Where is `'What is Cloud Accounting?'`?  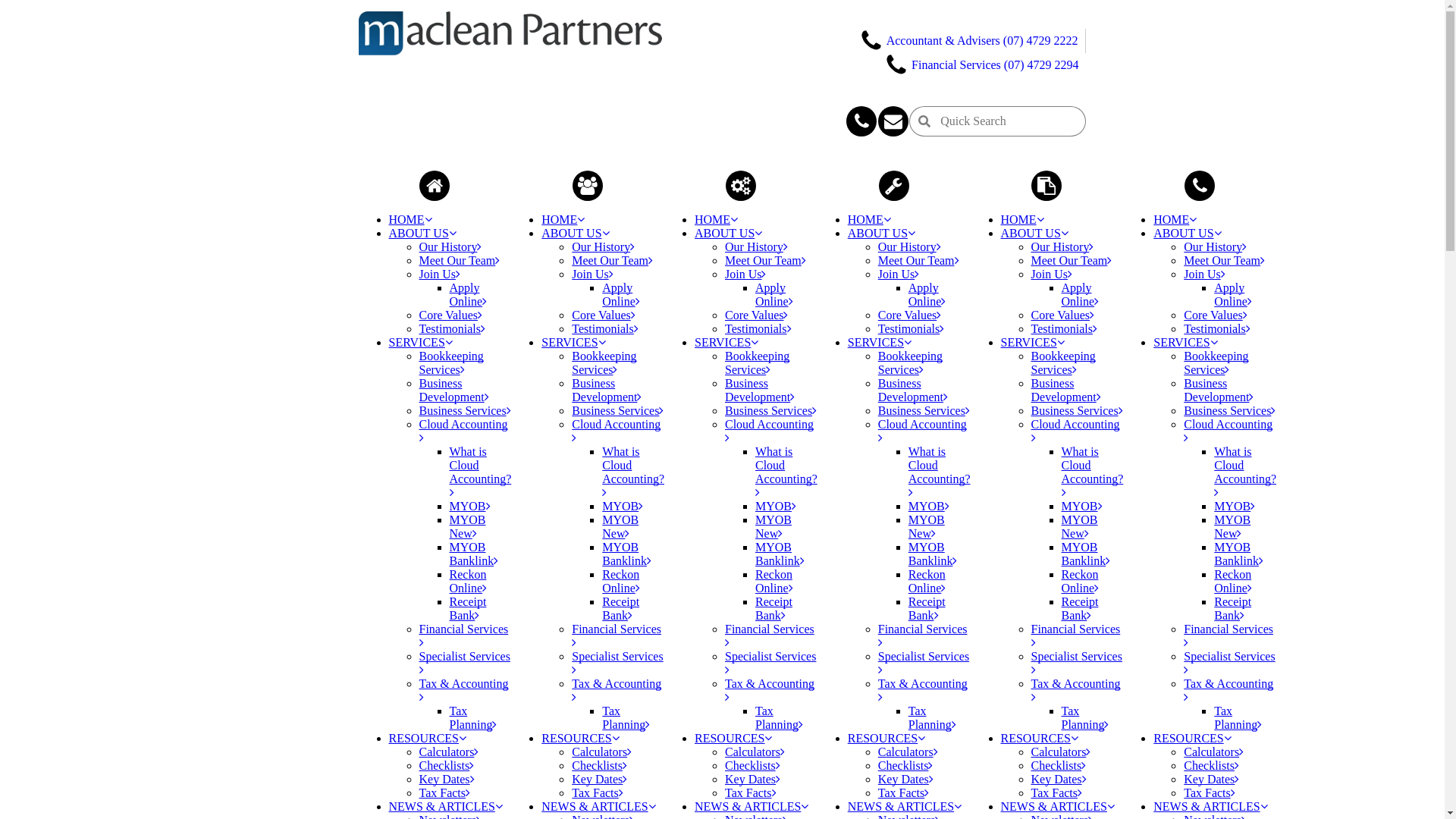
'What is Cloud Accounting?' is located at coordinates (1244, 471).